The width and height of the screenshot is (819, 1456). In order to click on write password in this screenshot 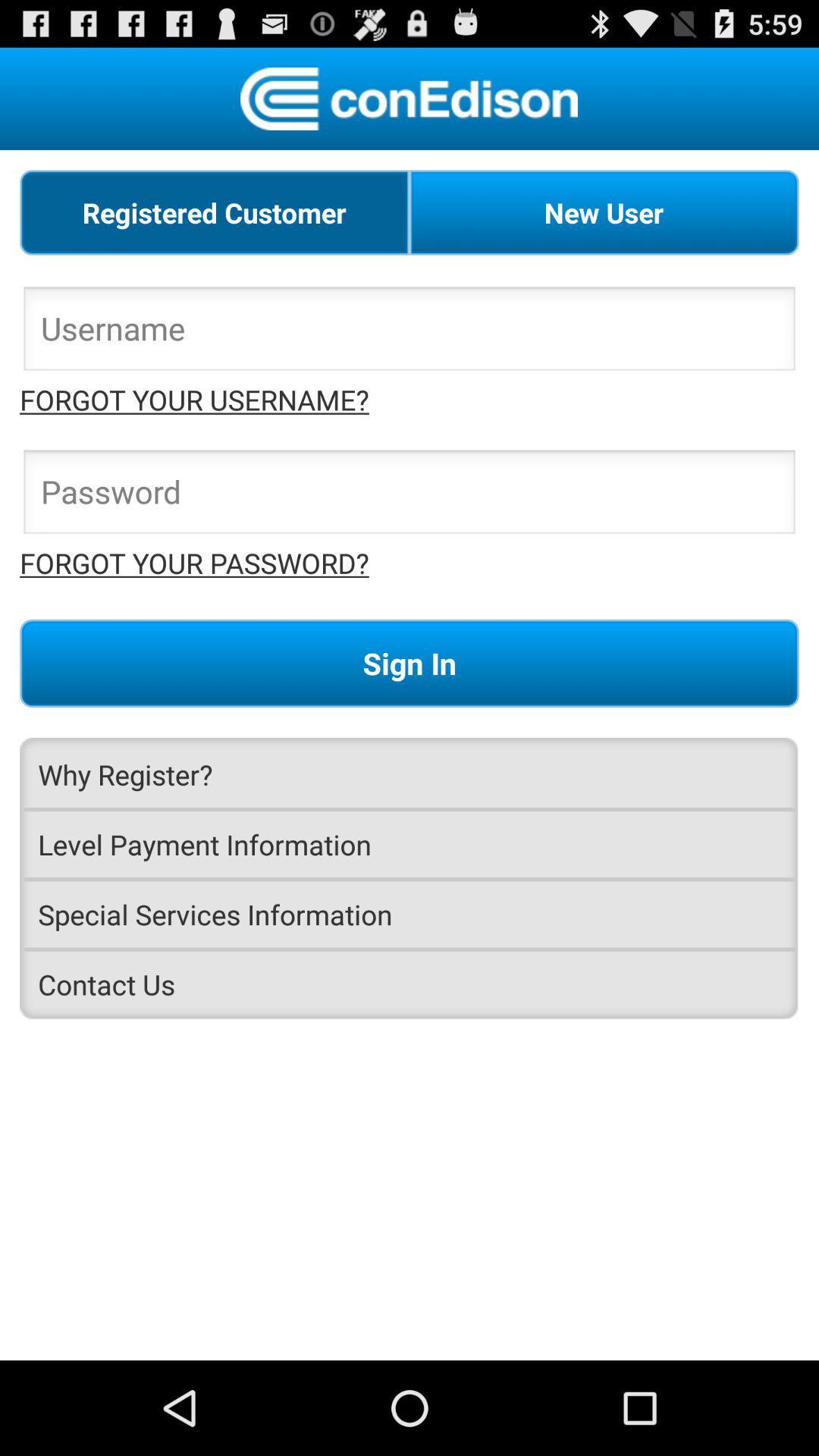, I will do `click(409, 496)`.